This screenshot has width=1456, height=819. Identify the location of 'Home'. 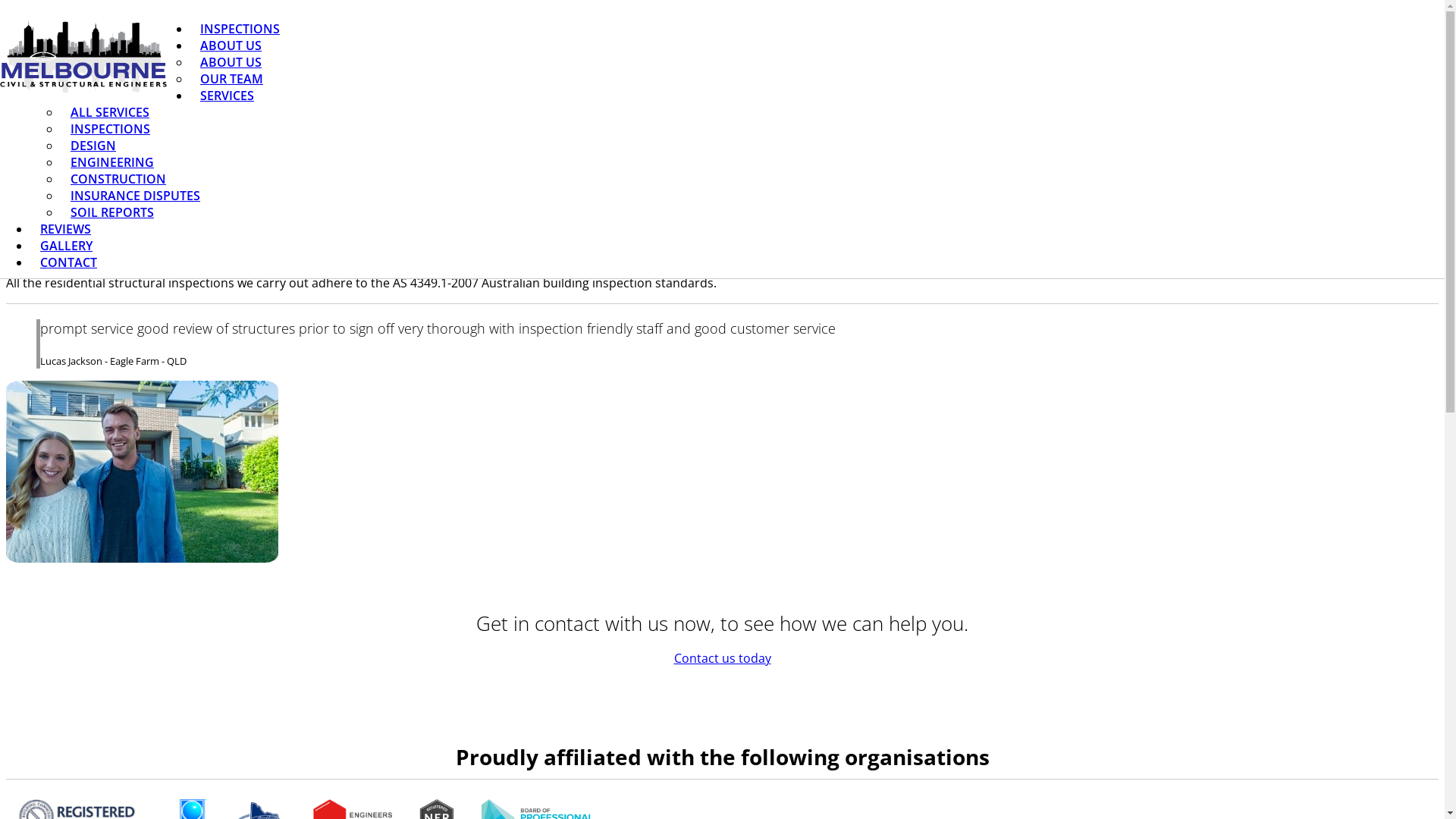
(1335, 48).